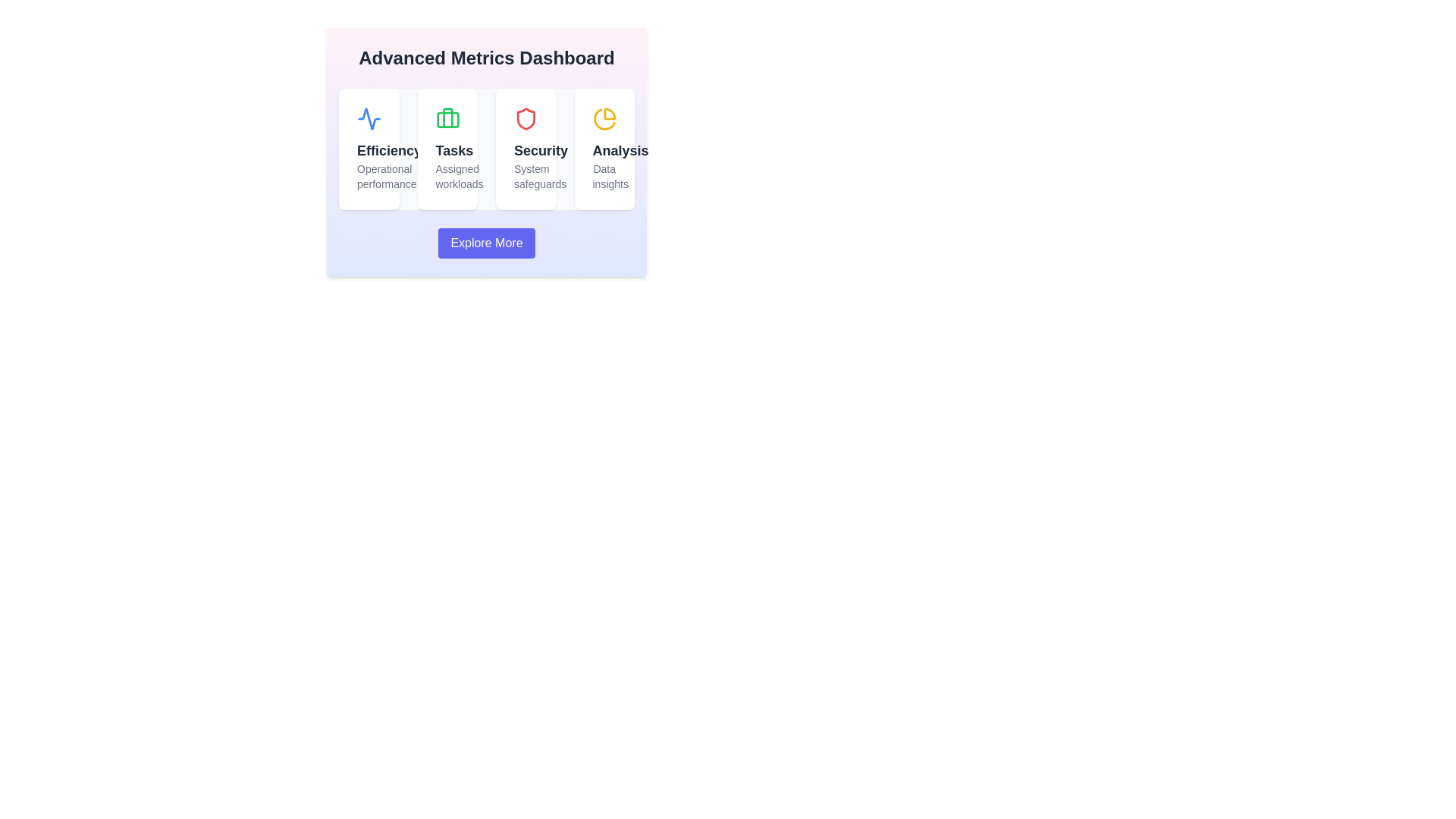  I want to click on the red shield icon located in the 'Security' card of the 'Advanced Metrics Dashboard', which visually represents the security feature, so click(526, 118).